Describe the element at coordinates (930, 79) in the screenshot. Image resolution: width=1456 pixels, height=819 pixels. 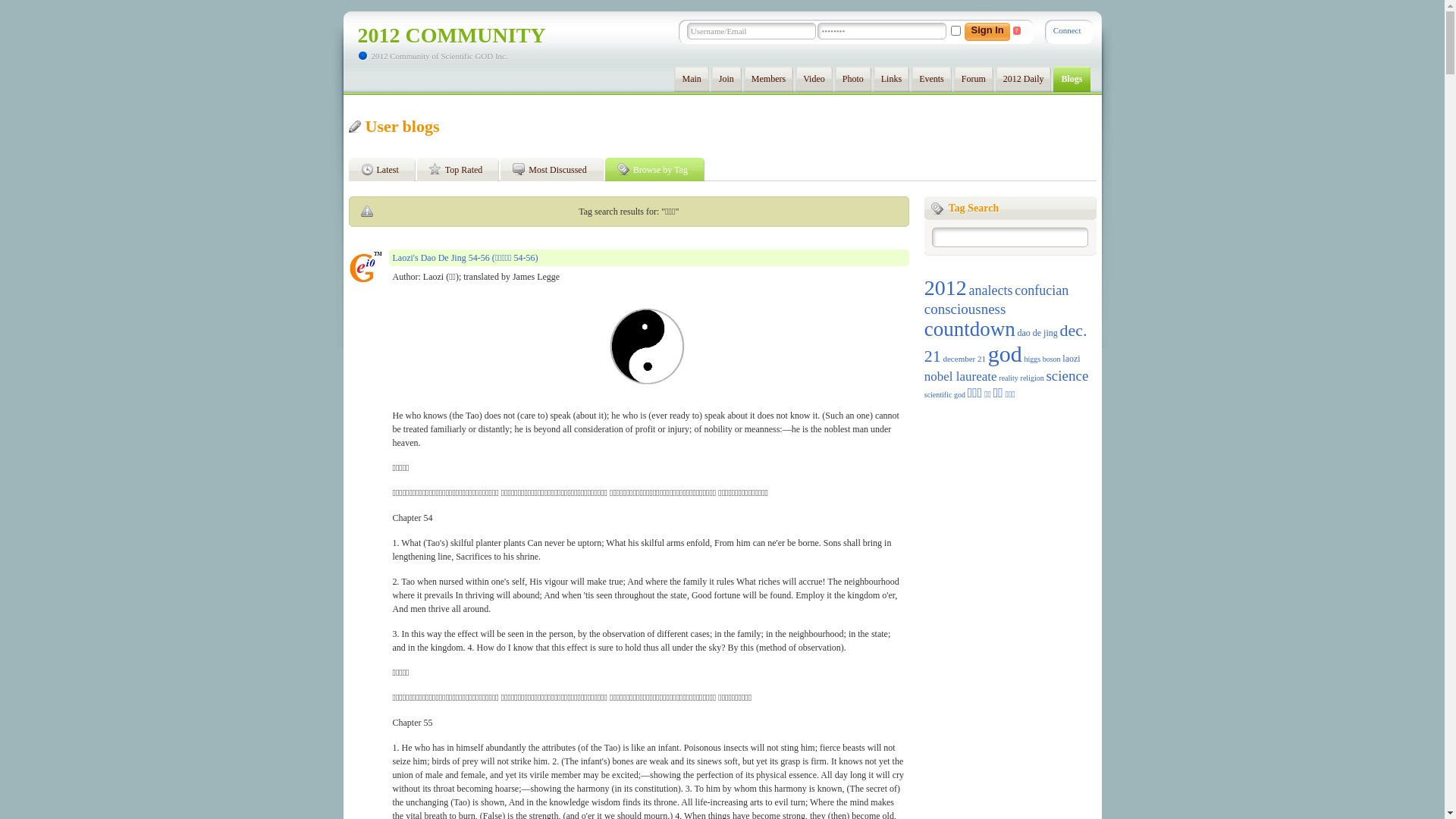
I see `'Events'` at that location.